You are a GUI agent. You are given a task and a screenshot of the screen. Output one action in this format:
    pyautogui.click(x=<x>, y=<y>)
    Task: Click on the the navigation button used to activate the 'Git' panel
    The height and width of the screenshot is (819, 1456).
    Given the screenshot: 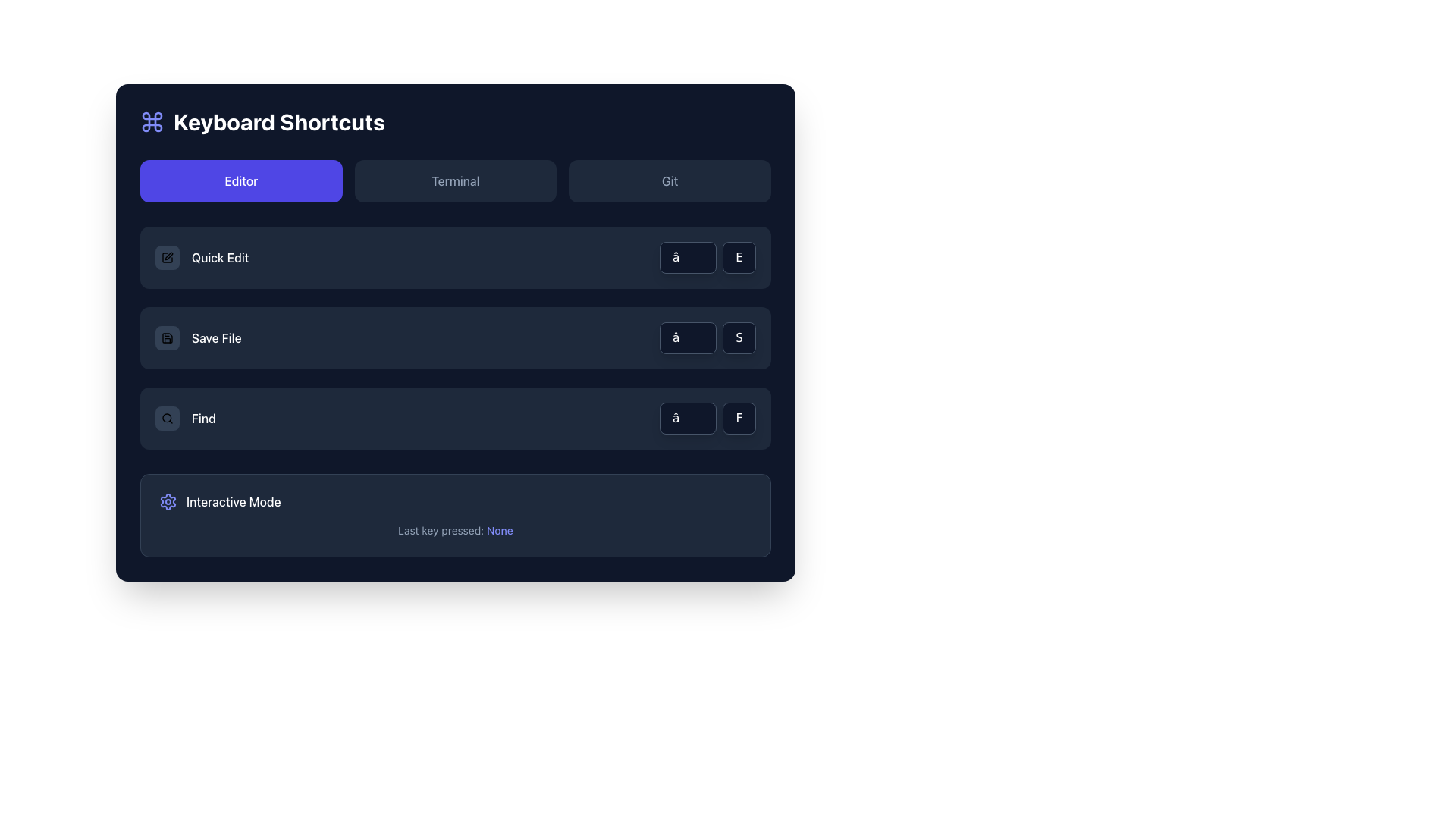 What is the action you would take?
    pyautogui.click(x=669, y=180)
    